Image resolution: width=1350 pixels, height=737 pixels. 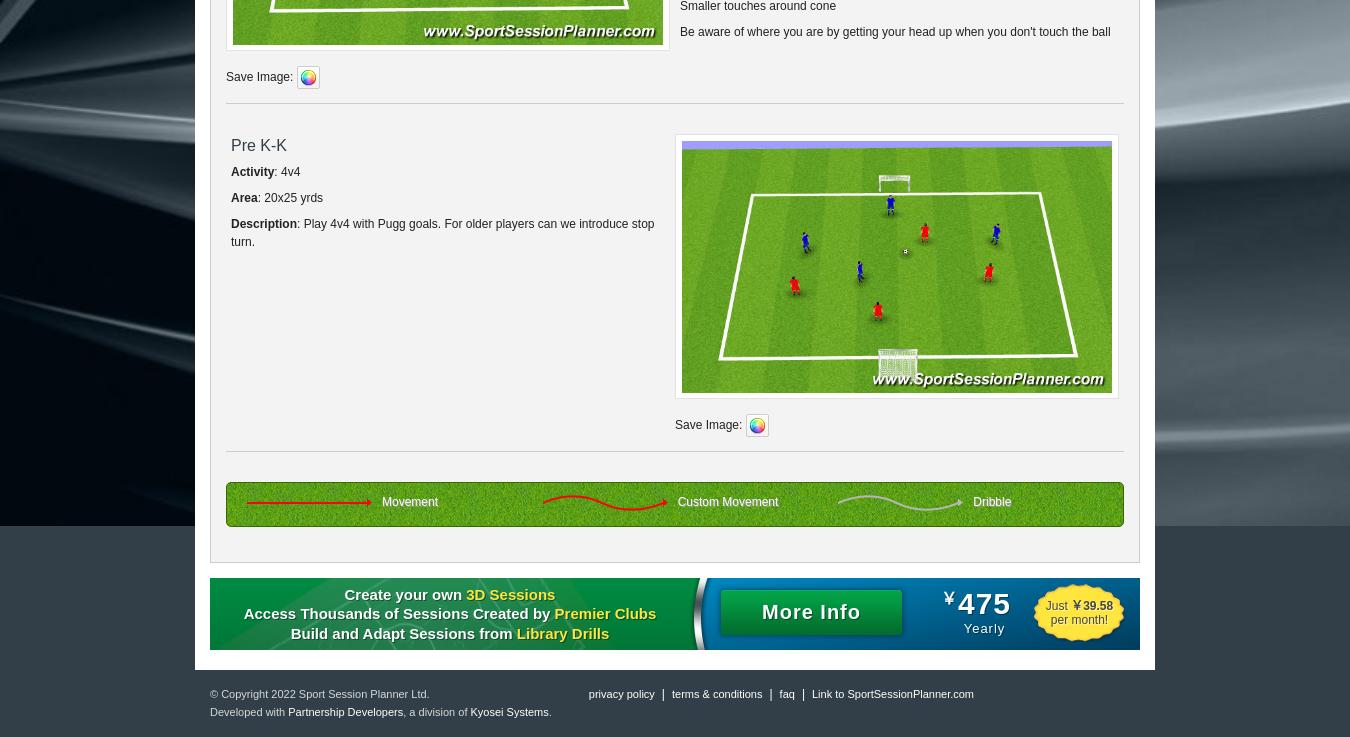 What do you see at coordinates (465, 592) in the screenshot?
I see `'3D Sessions'` at bounding box center [465, 592].